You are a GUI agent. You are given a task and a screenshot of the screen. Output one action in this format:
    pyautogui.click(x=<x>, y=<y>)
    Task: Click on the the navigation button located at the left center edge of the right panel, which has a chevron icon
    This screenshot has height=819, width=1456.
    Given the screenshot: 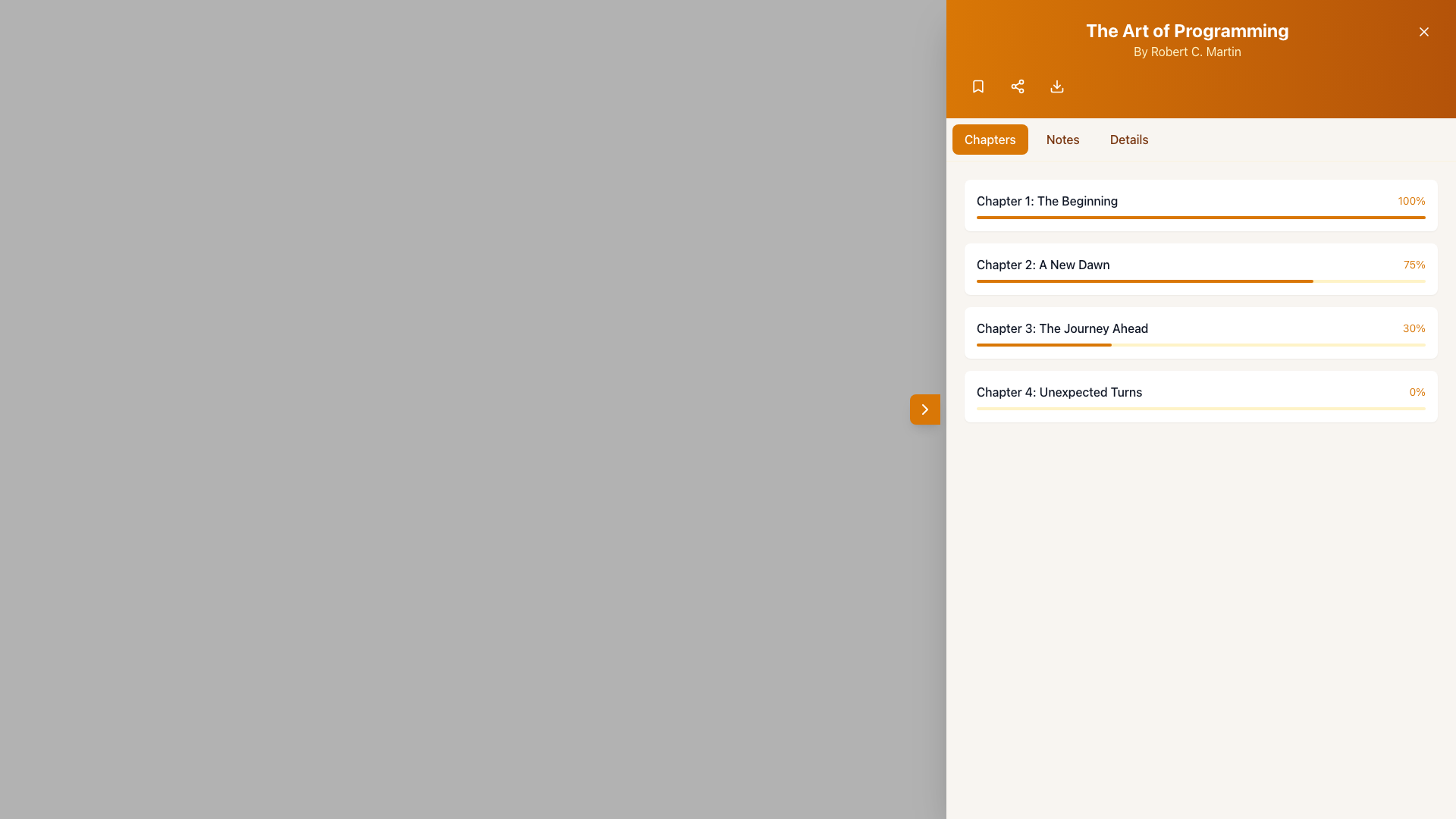 What is the action you would take?
    pyautogui.click(x=924, y=409)
    